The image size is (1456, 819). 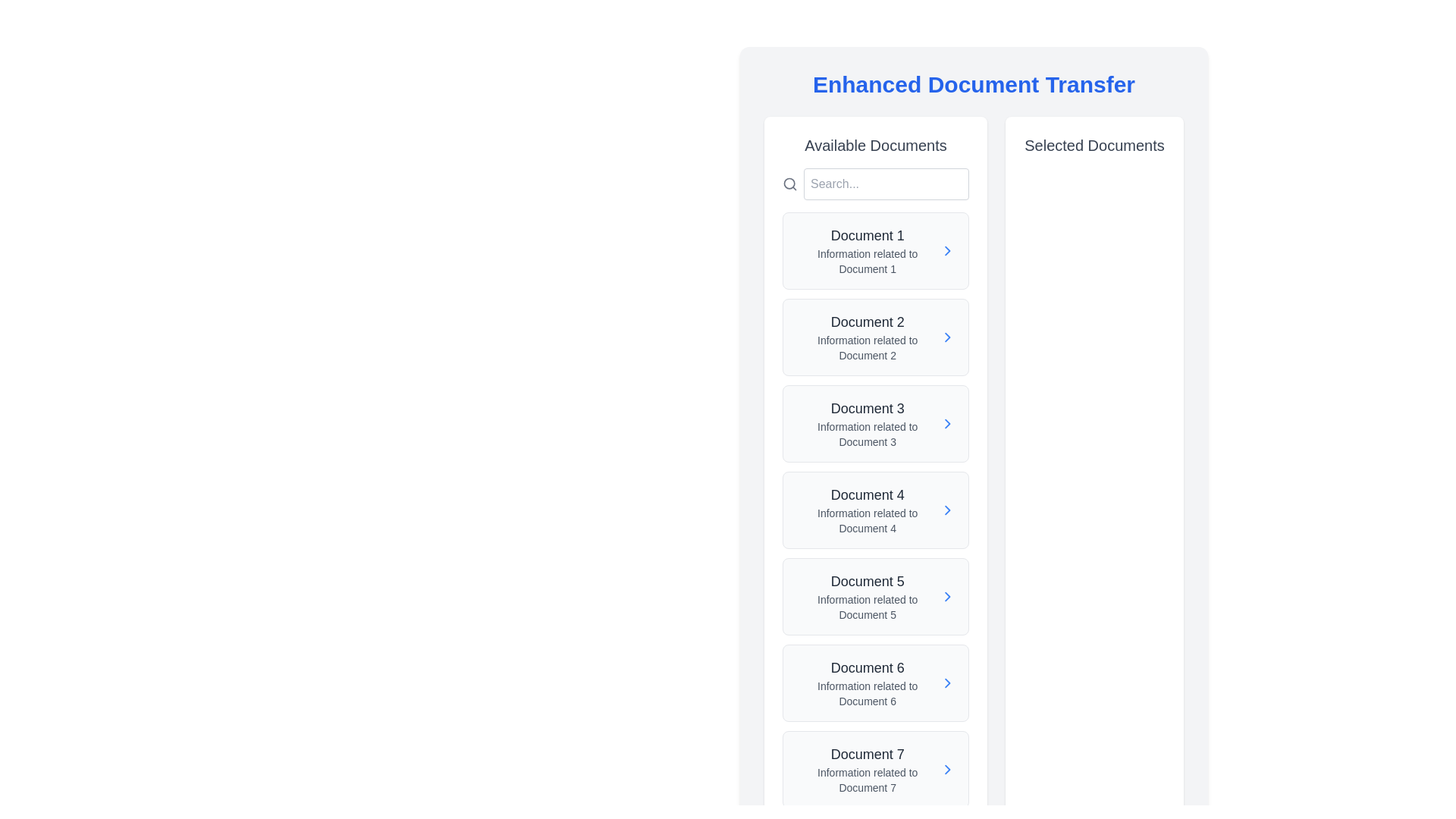 I want to click on the chevron icon located at the far right of the card for 'Document 7' in the 'Available Documents' section, so click(x=946, y=769).